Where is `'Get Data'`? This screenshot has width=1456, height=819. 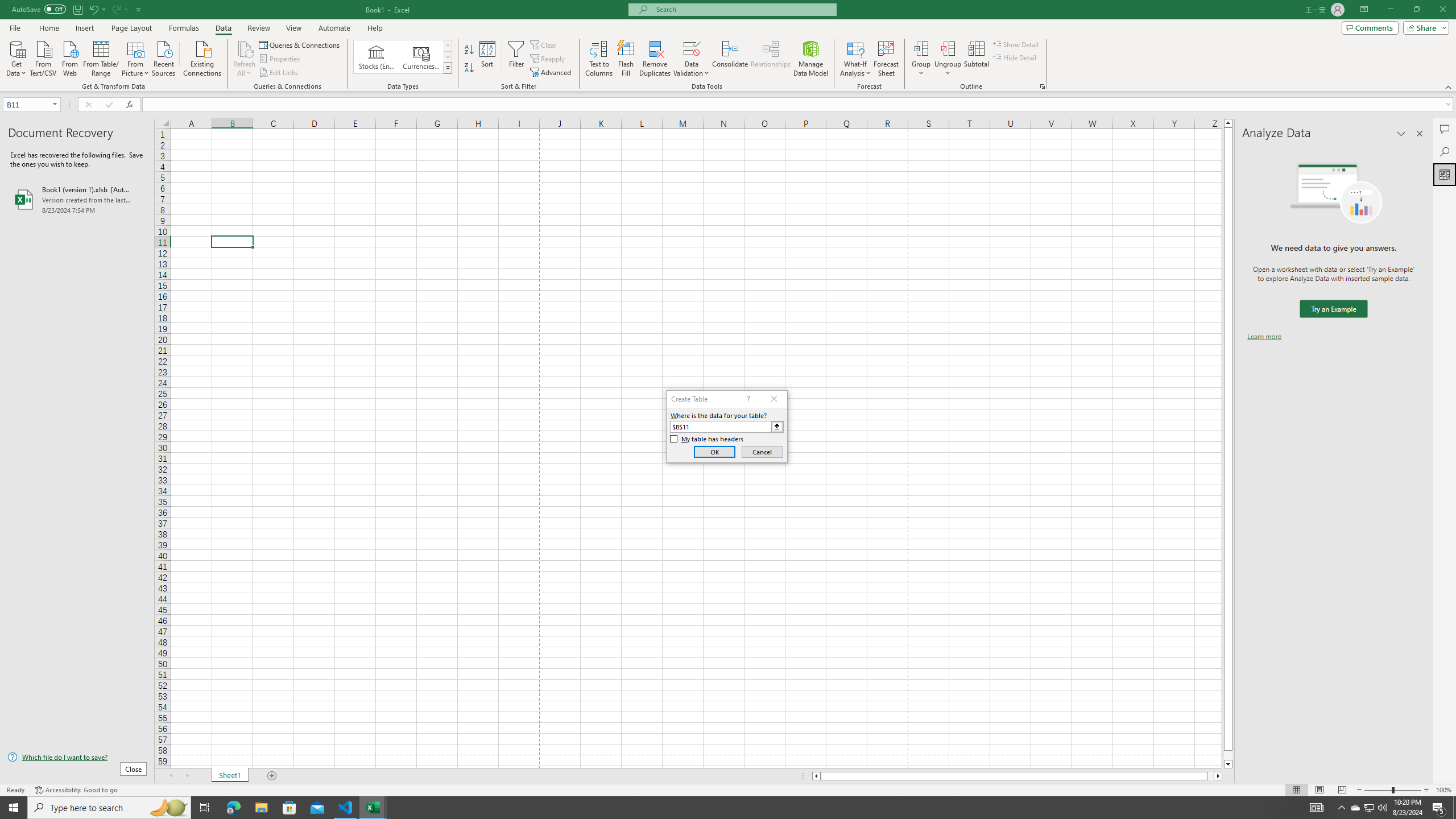 'Get Data' is located at coordinates (16, 57).